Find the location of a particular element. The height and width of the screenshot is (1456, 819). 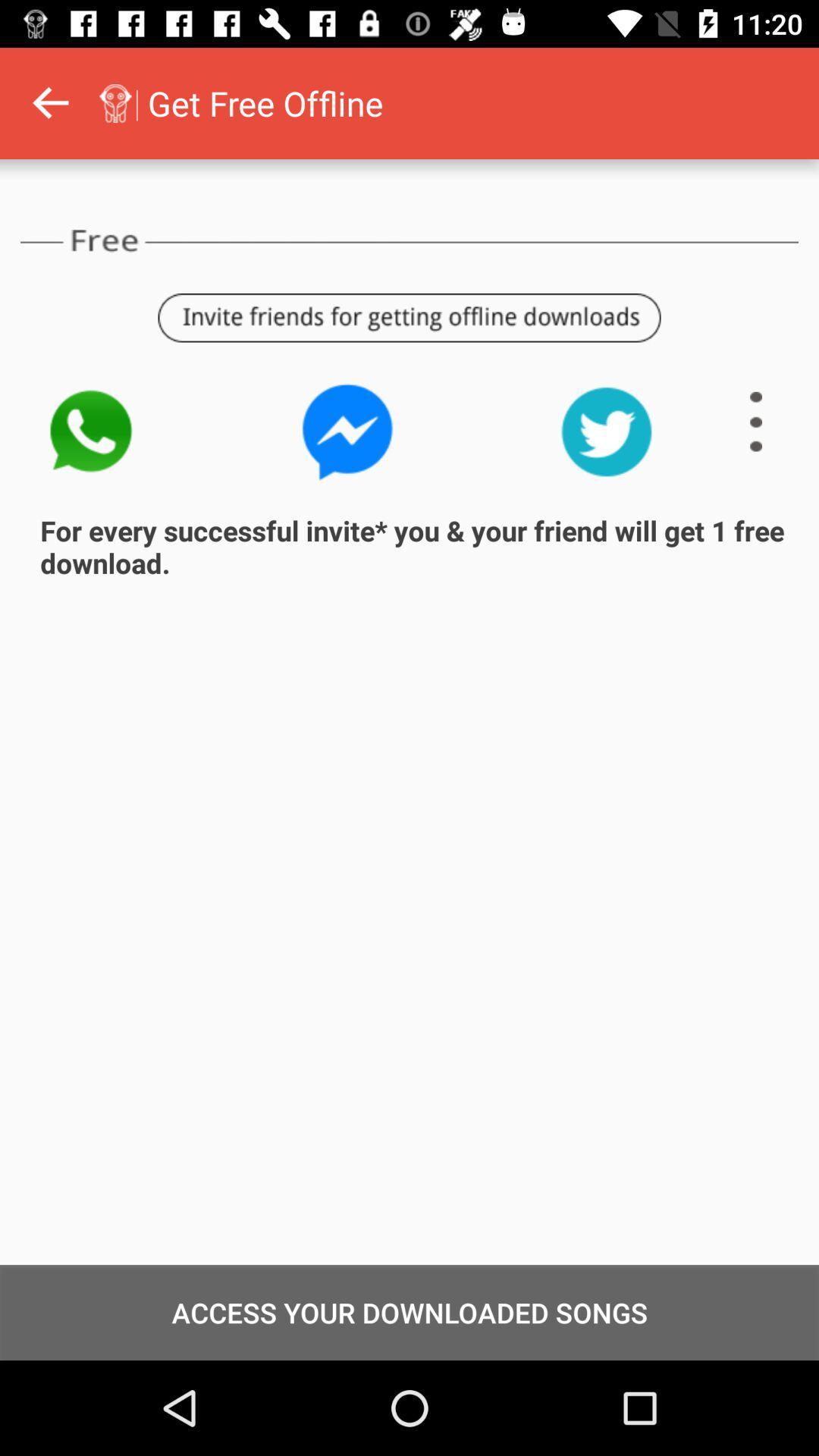

call someone is located at coordinates (89, 431).